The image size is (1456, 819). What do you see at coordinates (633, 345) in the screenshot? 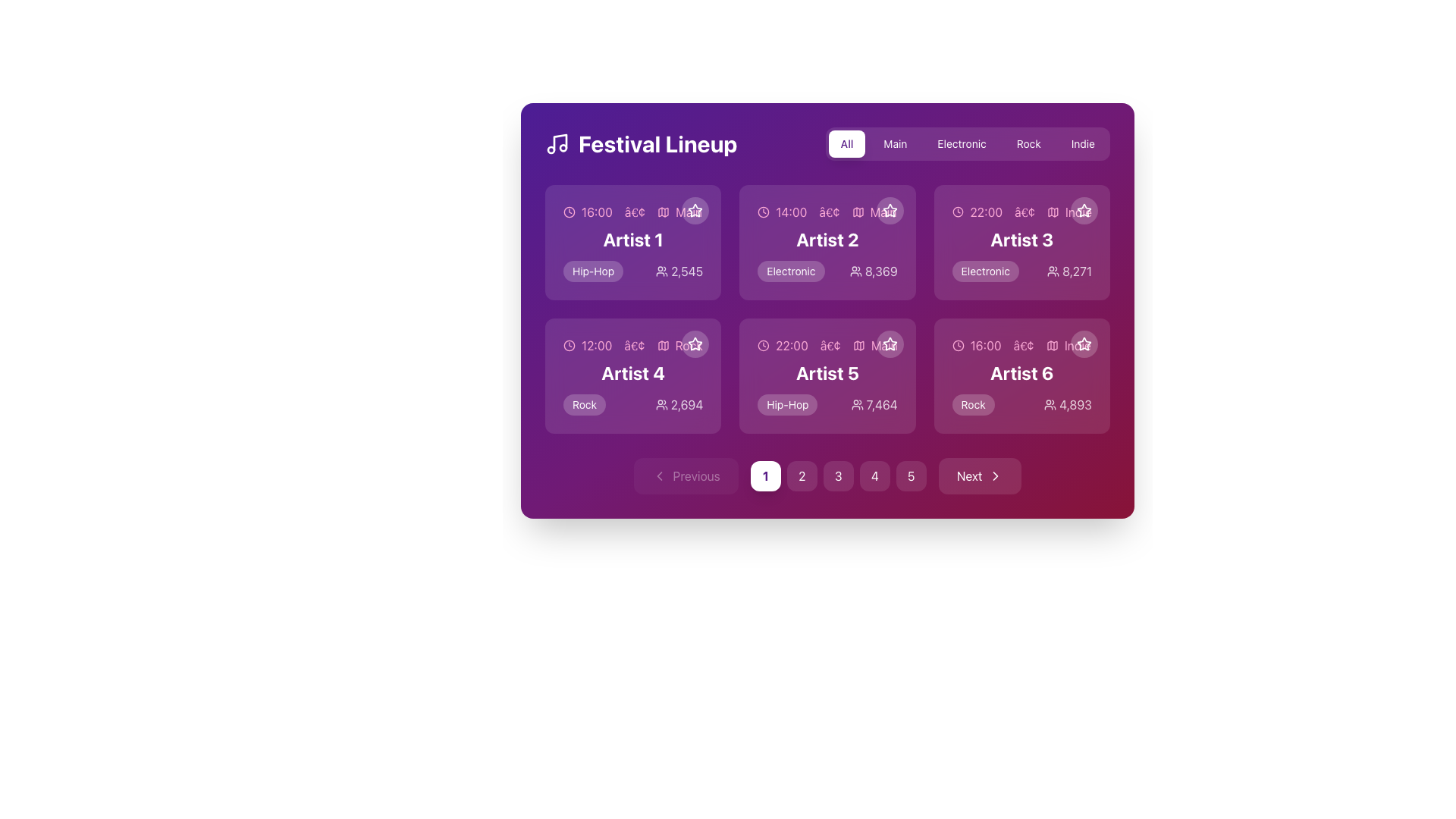
I see `the text and icons displaying '12:00', a dot symbol, and 'rock' in pink color, located at the top-left section of the card for 'Artist 4' within the 'Festival Lineup' grid` at bounding box center [633, 345].